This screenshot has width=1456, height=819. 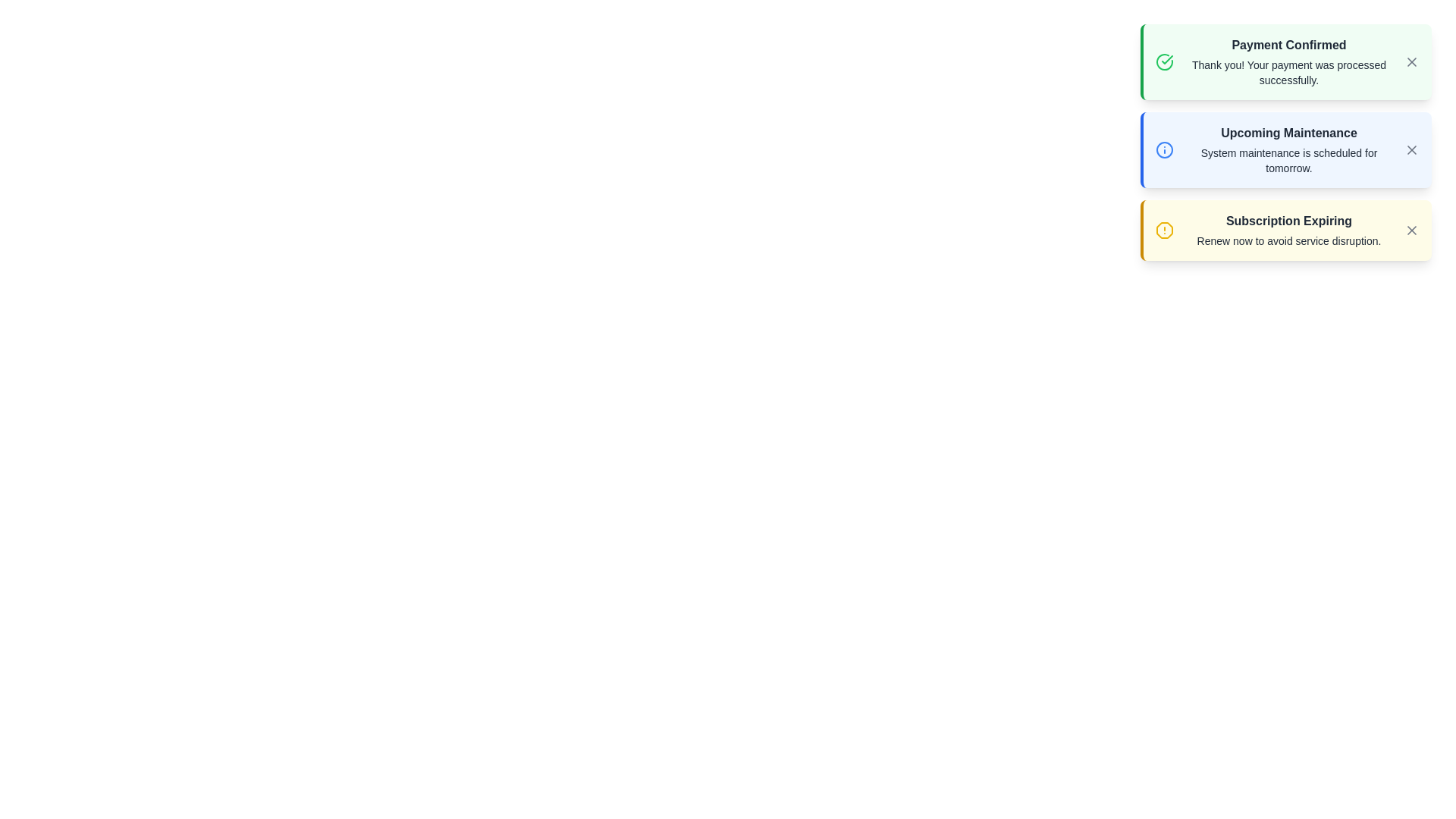 What do you see at coordinates (1288, 149) in the screenshot?
I see `the content of the notification titled Upcoming Maintenance` at bounding box center [1288, 149].